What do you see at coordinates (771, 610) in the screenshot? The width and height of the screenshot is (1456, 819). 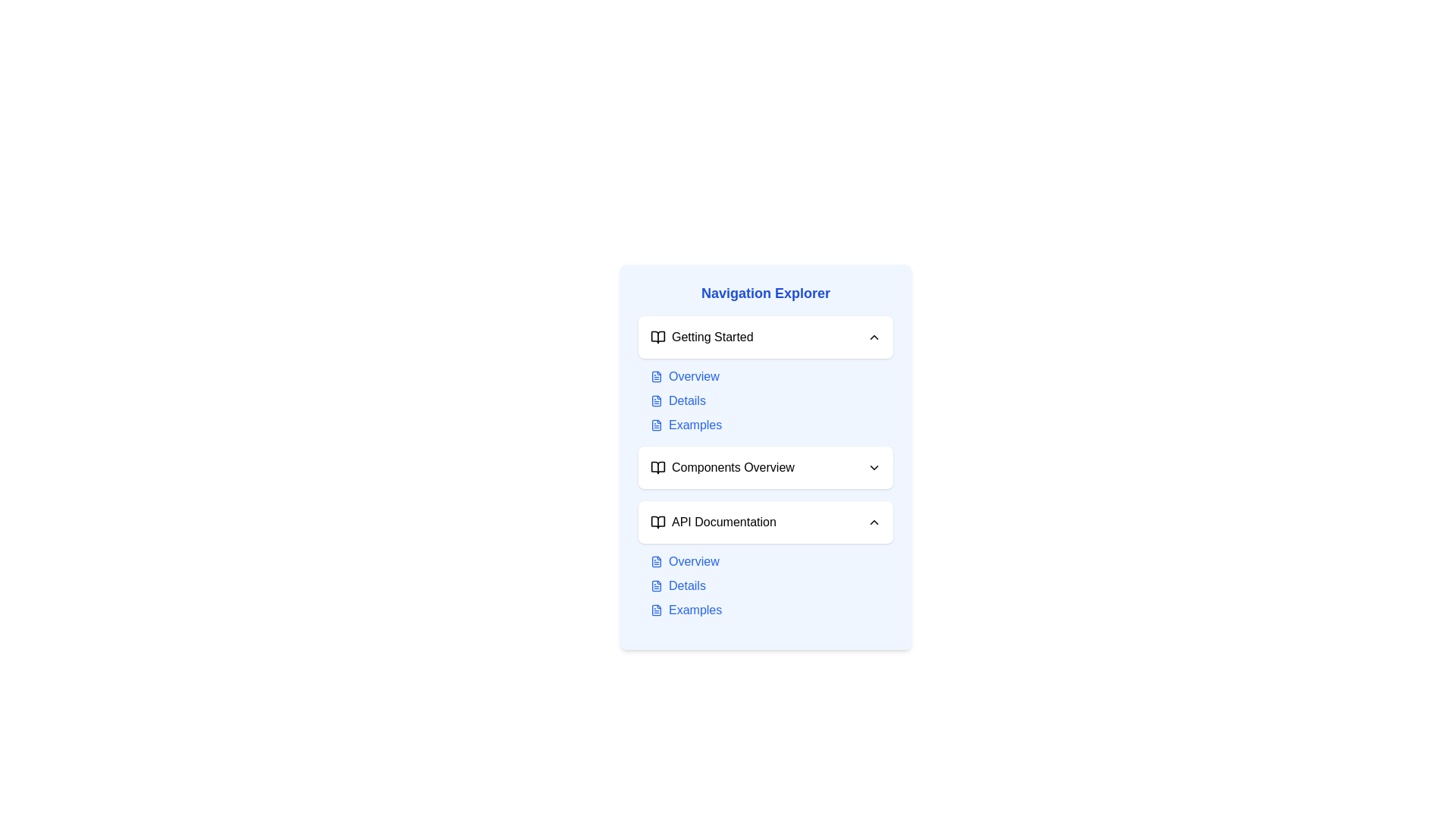 I see `the 'Examples' hyperlink in the 'API Documentation' section` at bounding box center [771, 610].